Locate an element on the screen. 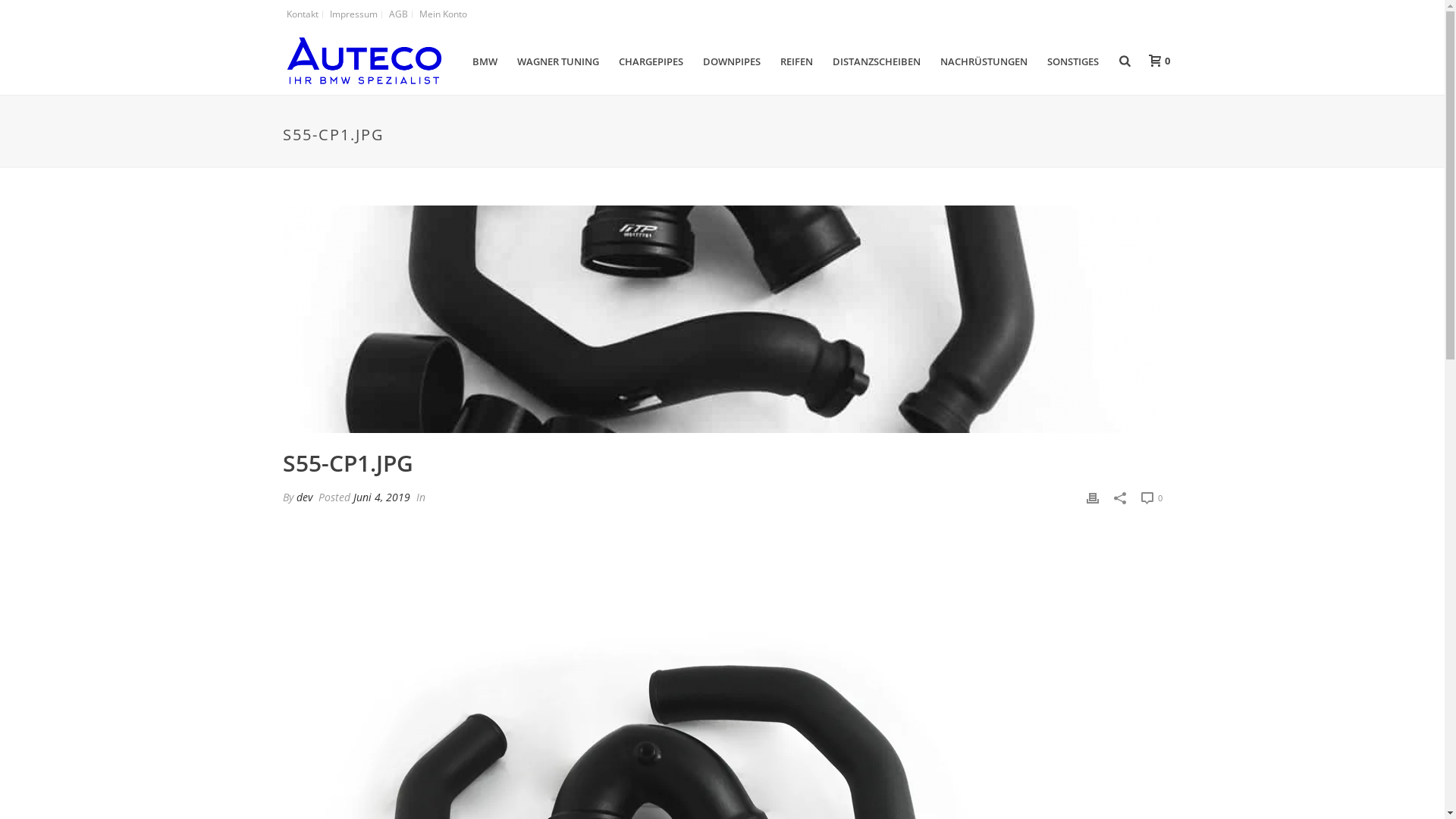 This screenshot has height=819, width=1456. '0' is located at coordinates (1153, 59).